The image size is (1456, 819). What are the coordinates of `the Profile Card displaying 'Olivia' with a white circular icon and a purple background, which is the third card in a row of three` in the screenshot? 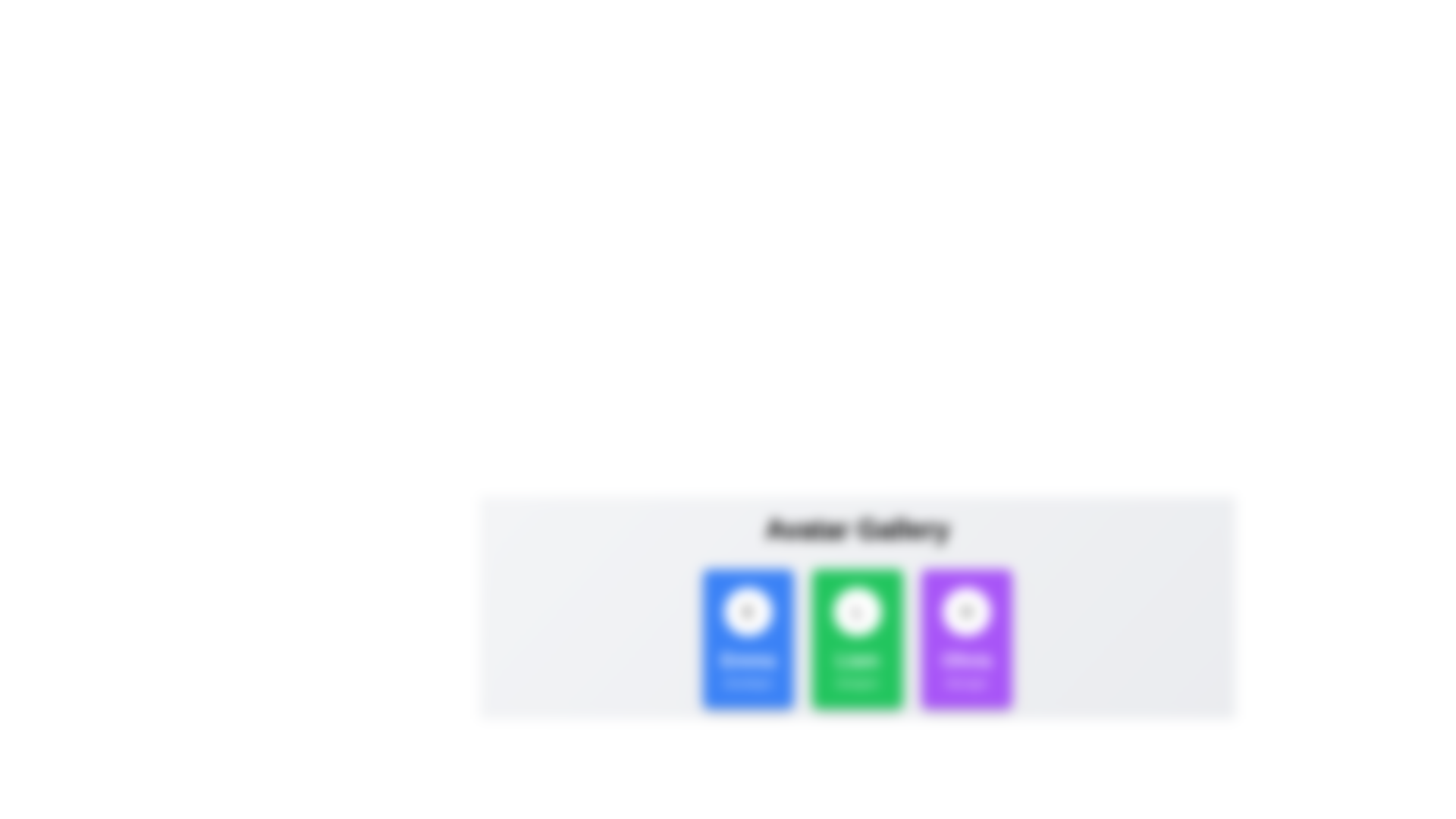 It's located at (966, 639).